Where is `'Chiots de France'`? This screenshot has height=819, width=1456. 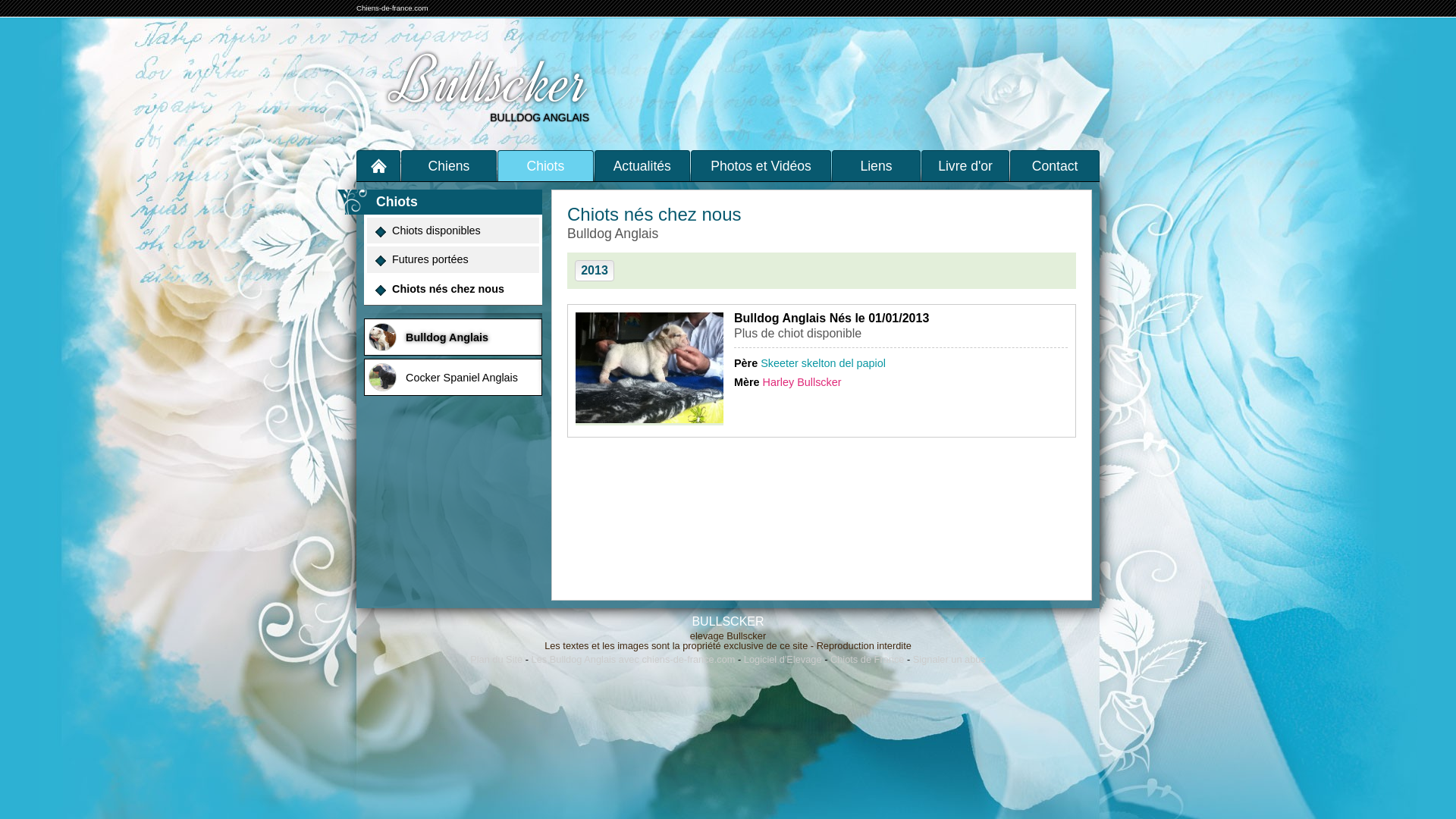 'Chiots de France' is located at coordinates (829, 658).